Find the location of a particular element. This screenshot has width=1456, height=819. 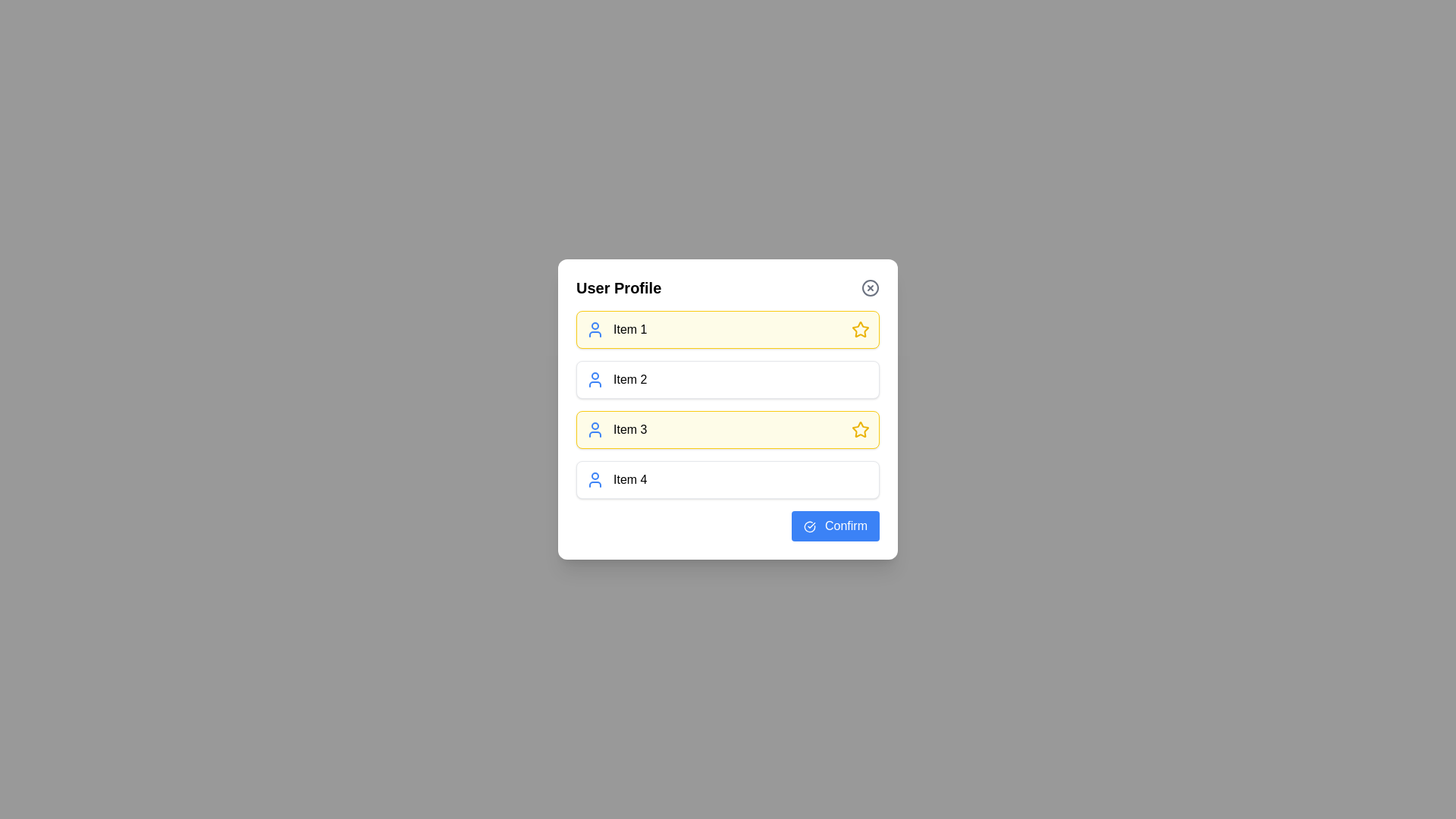

the SVG circle element that serves as the outer border of the circular icon in the 'User Profile' dialog box is located at coordinates (870, 288).